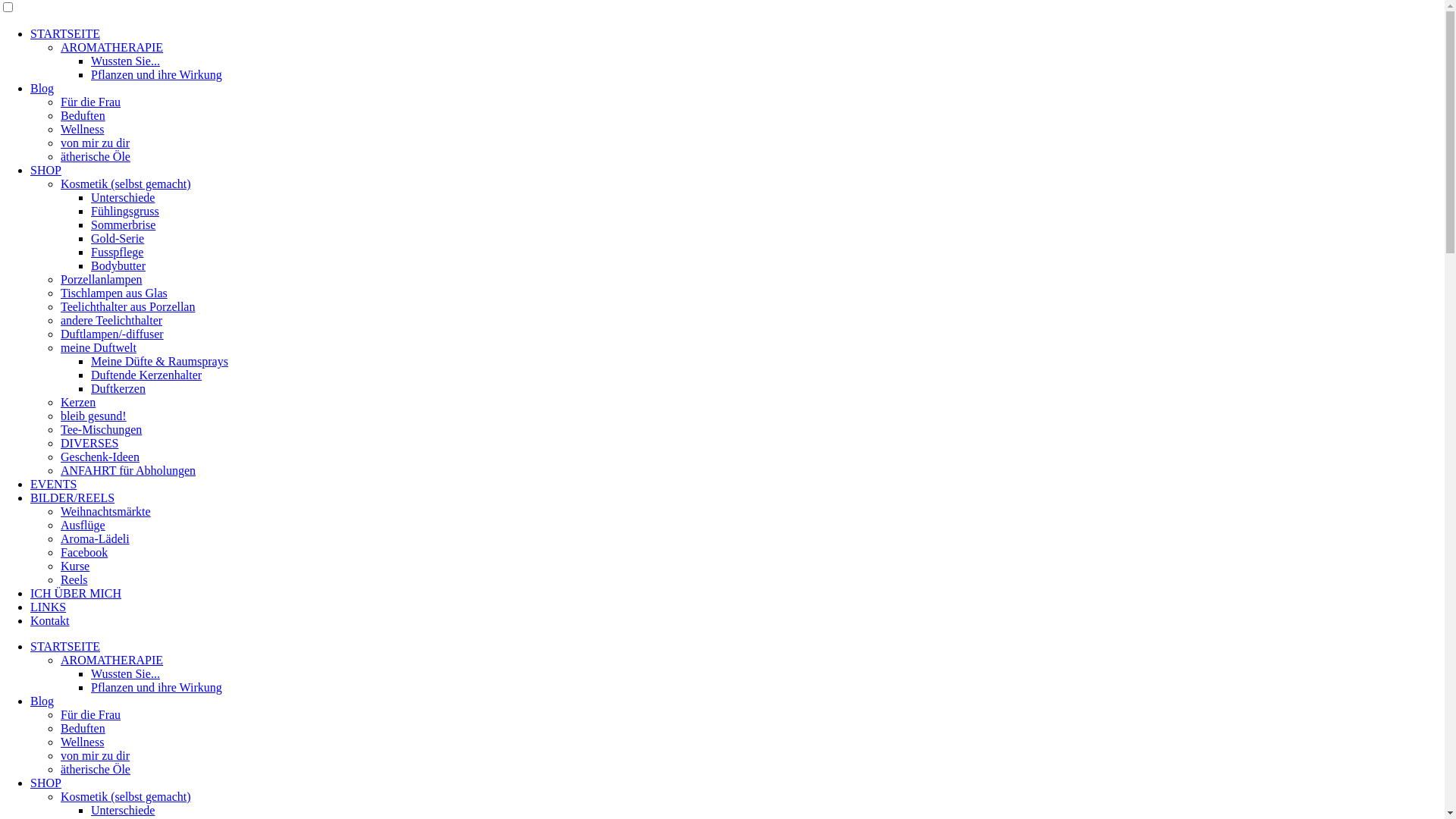  Describe the element at coordinates (42, 88) in the screenshot. I see `'Blog'` at that location.